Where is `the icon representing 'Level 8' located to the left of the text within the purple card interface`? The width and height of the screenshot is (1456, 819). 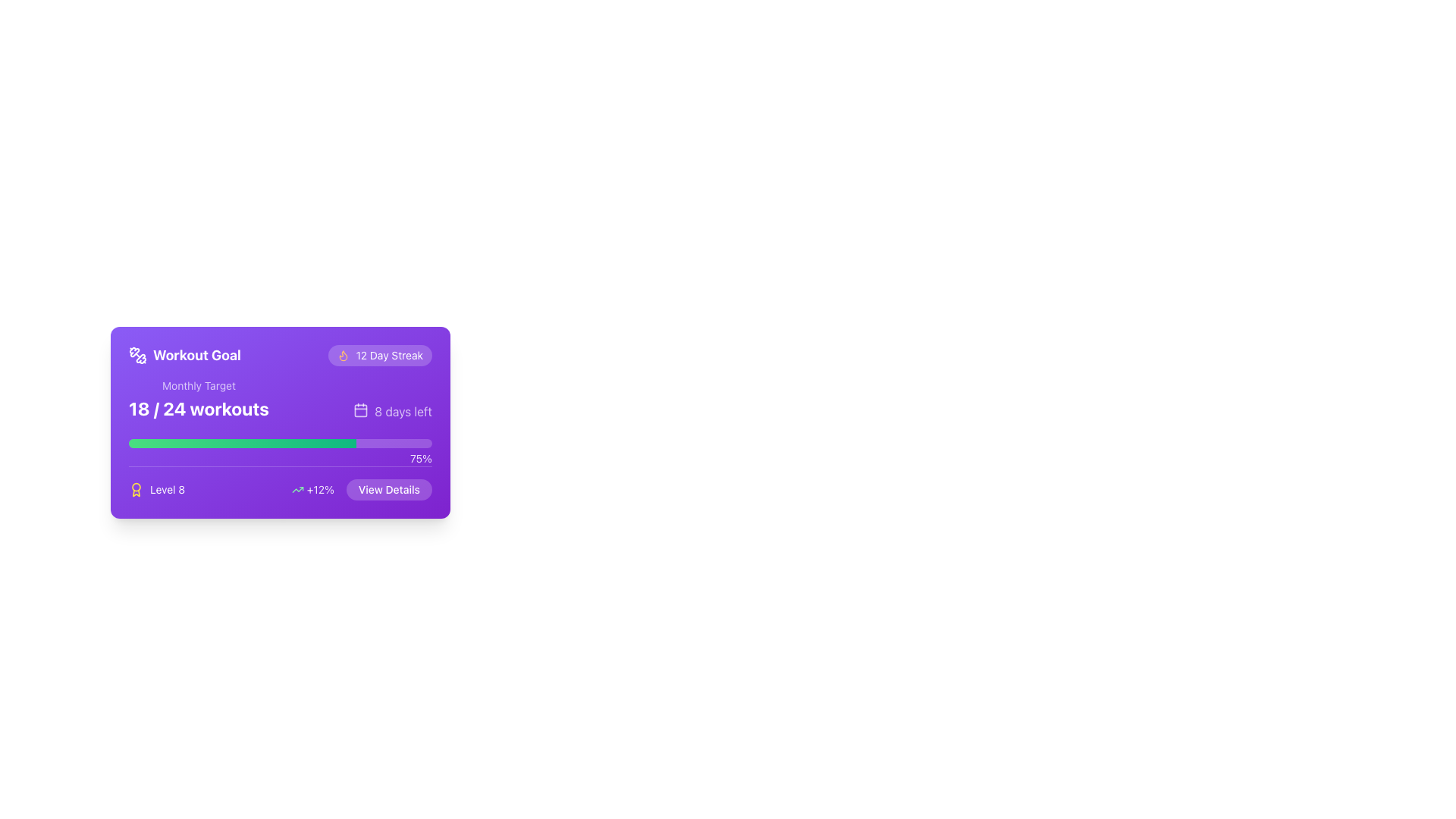 the icon representing 'Level 8' located to the left of the text within the purple card interface is located at coordinates (136, 489).